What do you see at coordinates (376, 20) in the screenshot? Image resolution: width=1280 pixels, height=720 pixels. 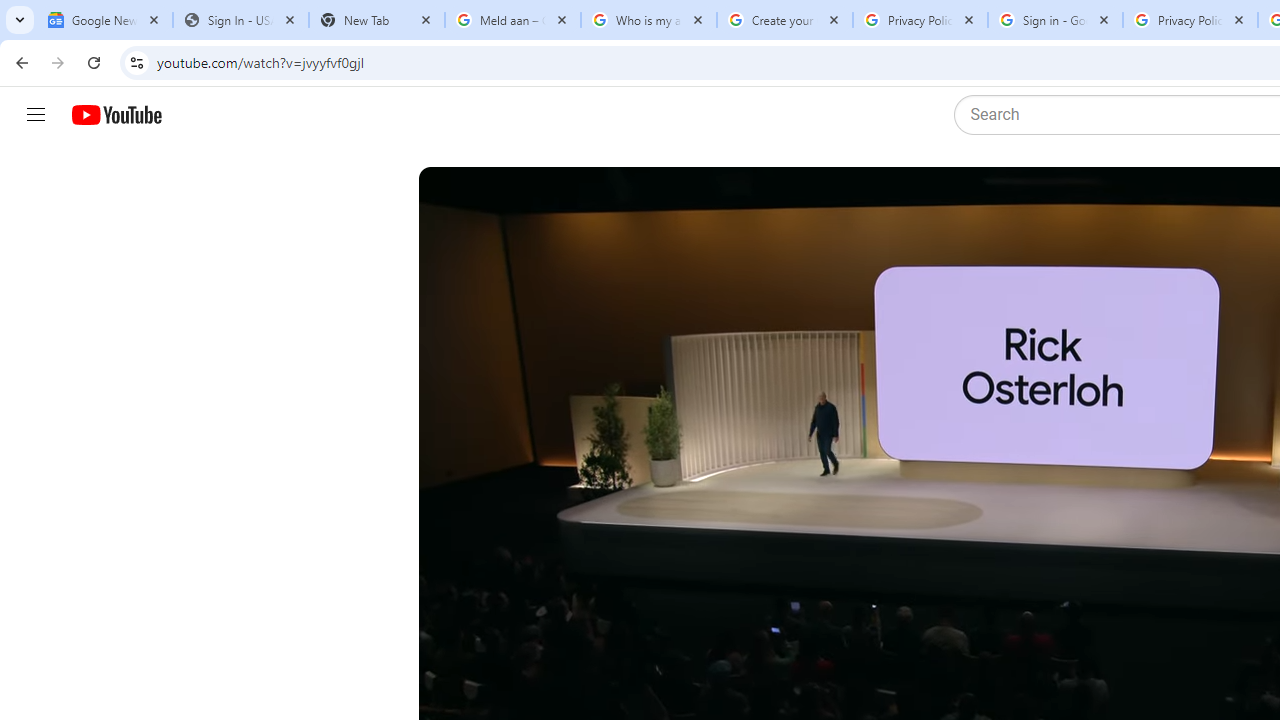 I see `'New Tab'` at bounding box center [376, 20].